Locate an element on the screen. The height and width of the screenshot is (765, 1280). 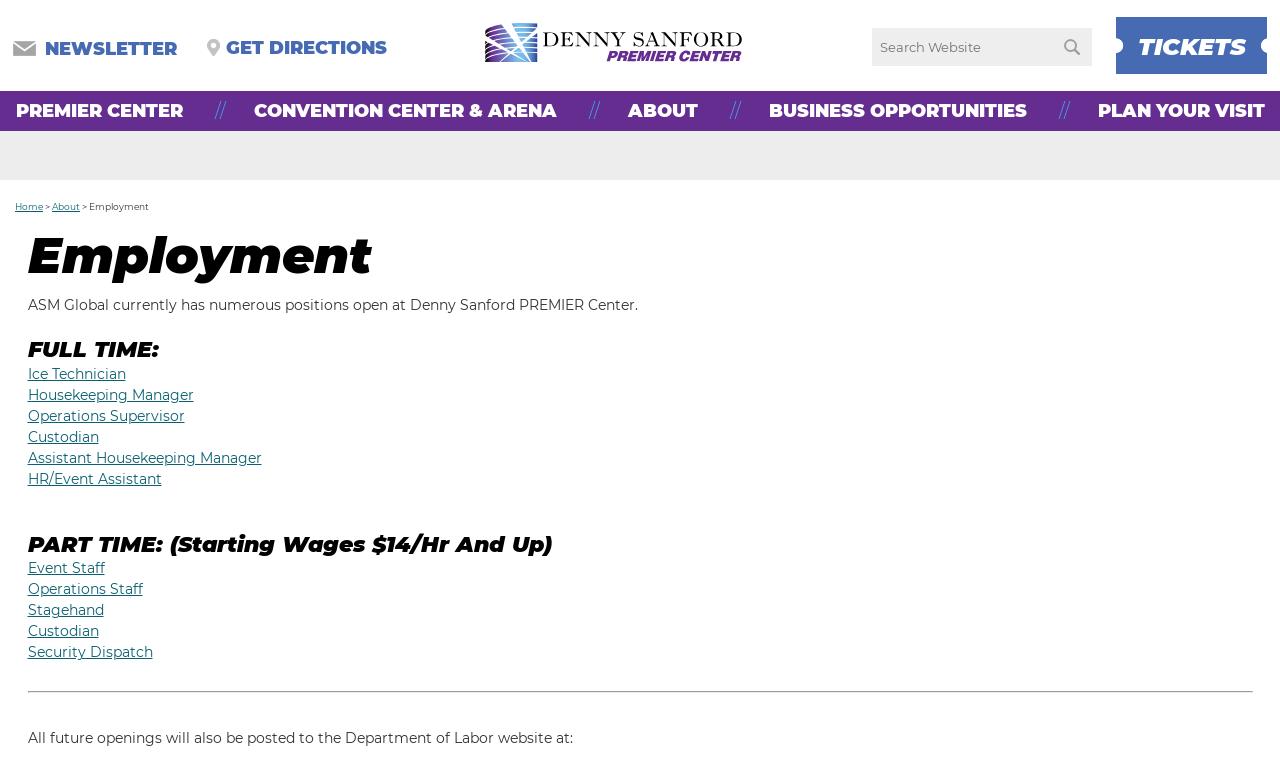
'Get Directions' is located at coordinates (225, 47).